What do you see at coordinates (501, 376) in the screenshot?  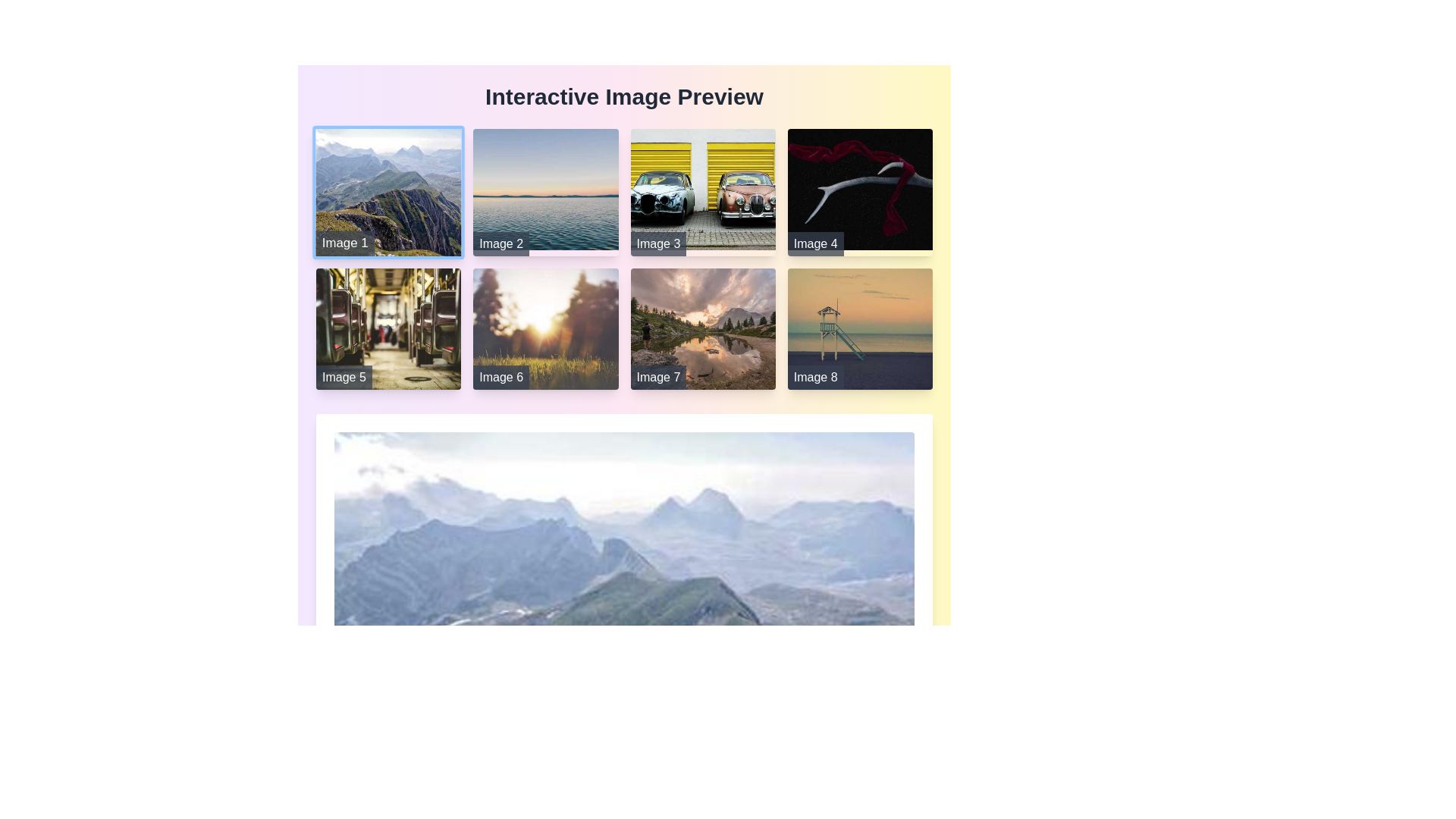 I see `text from the label overlaying the bottom-left corner of the image, which displays 'Image 6' in white font on a dark semi-transparent strip` at bounding box center [501, 376].